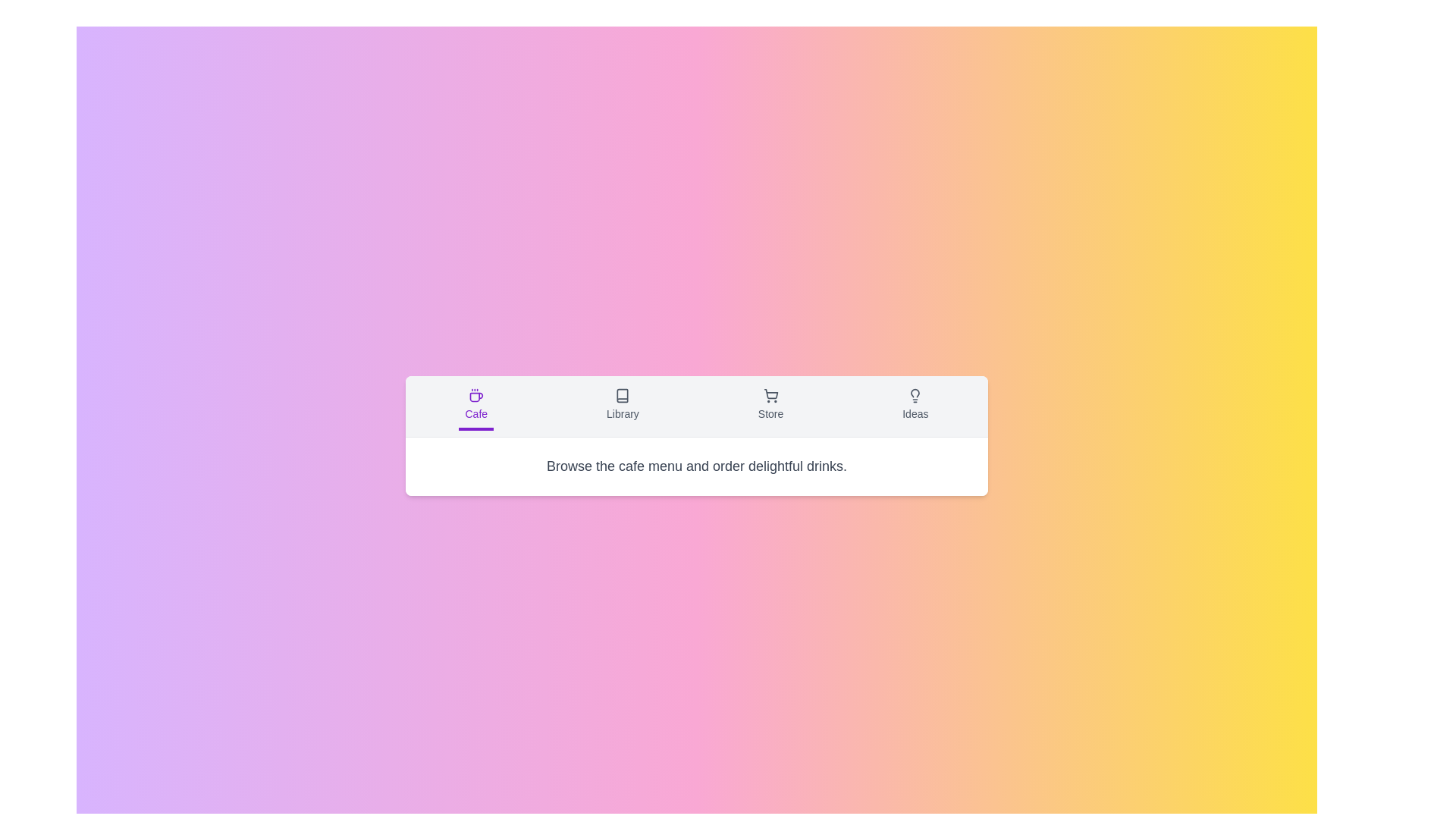  What do you see at coordinates (770, 405) in the screenshot?
I see `the 'Store' button` at bounding box center [770, 405].